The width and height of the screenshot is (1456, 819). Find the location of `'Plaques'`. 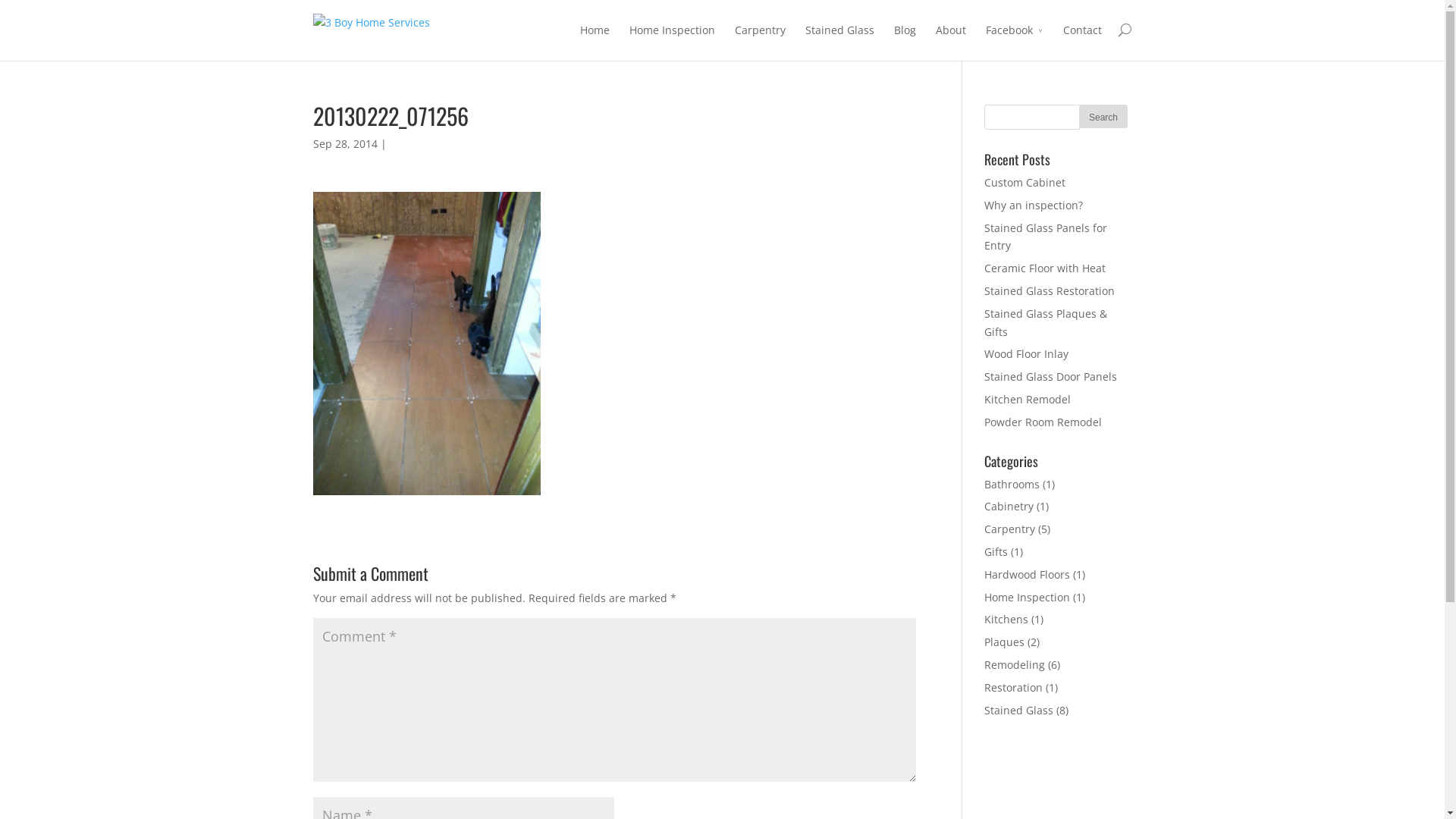

'Plaques' is located at coordinates (1004, 642).